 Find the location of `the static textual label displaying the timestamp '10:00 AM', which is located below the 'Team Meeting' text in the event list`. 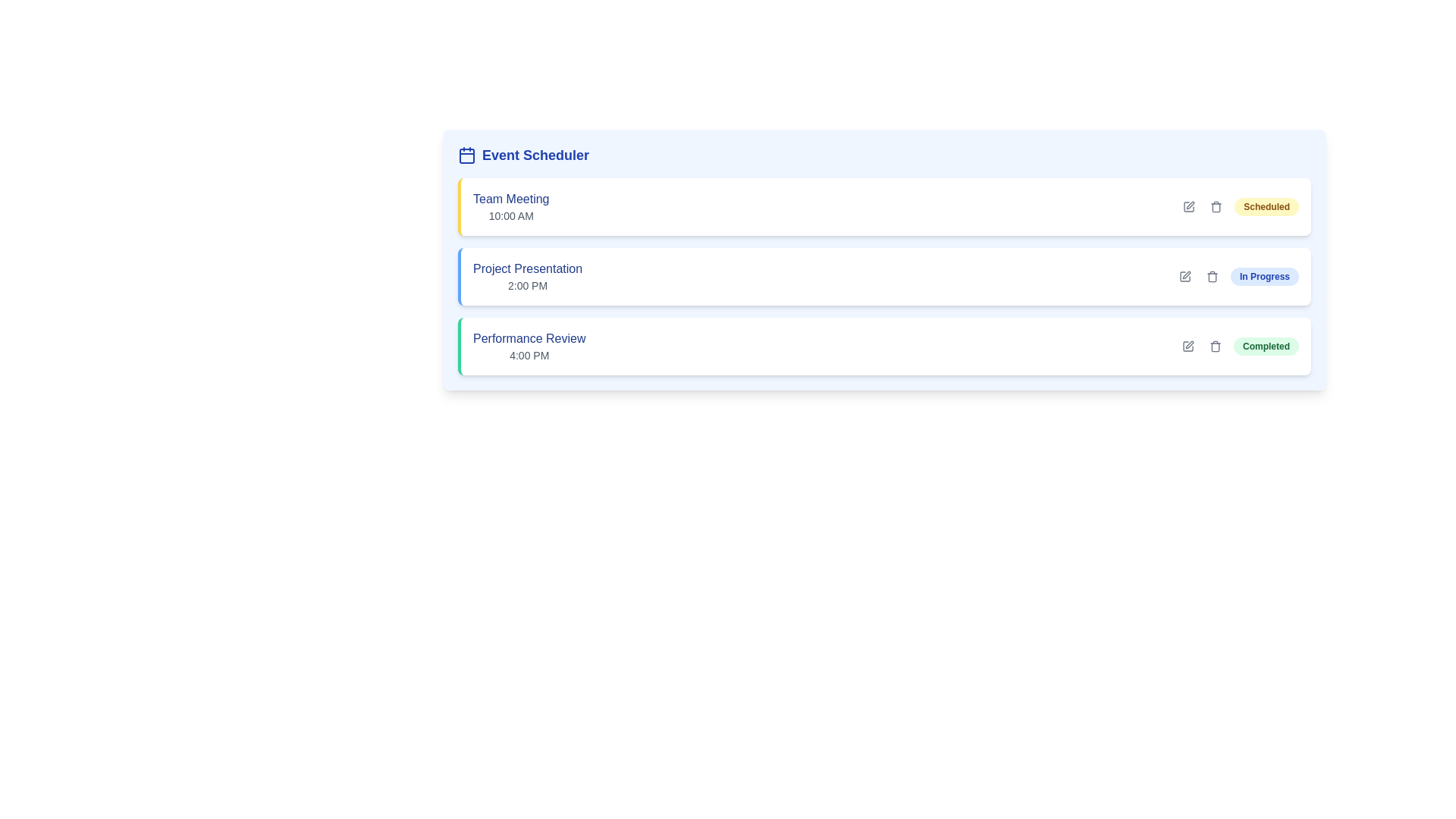

the static textual label displaying the timestamp '10:00 AM', which is located below the 'Team Meeting' text in the event list is located at coordinates (511, 216).